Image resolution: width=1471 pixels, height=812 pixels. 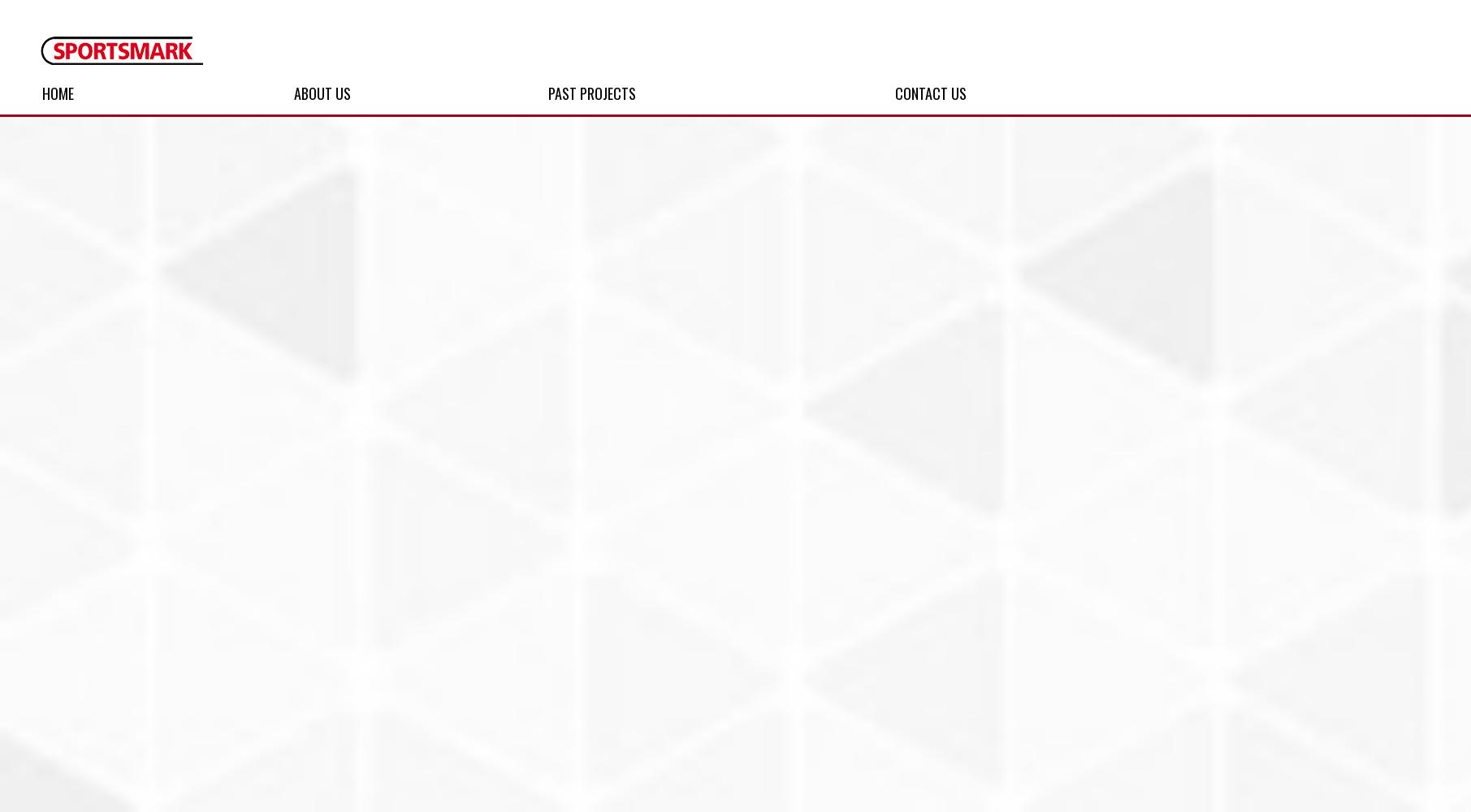 What do you see at coordinates (302, 262) in the screenshot?
I see `'Useful Sports Links'` at bounding box center [302, 262].